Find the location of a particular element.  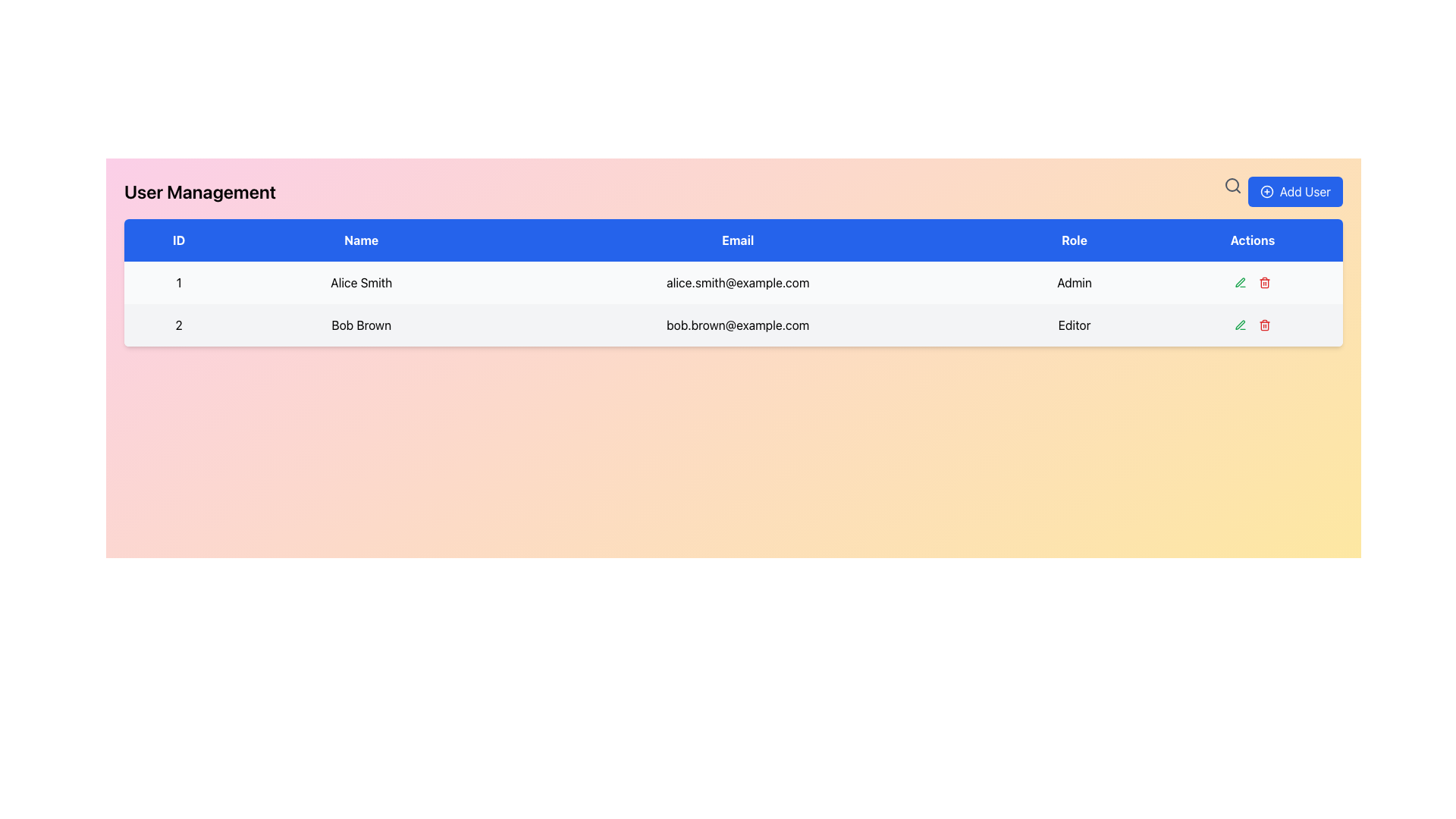

the red trash icon button located in the 'Actions' column of the second row in the user management table to initiate deletion is located at coordinates (1263, 324).